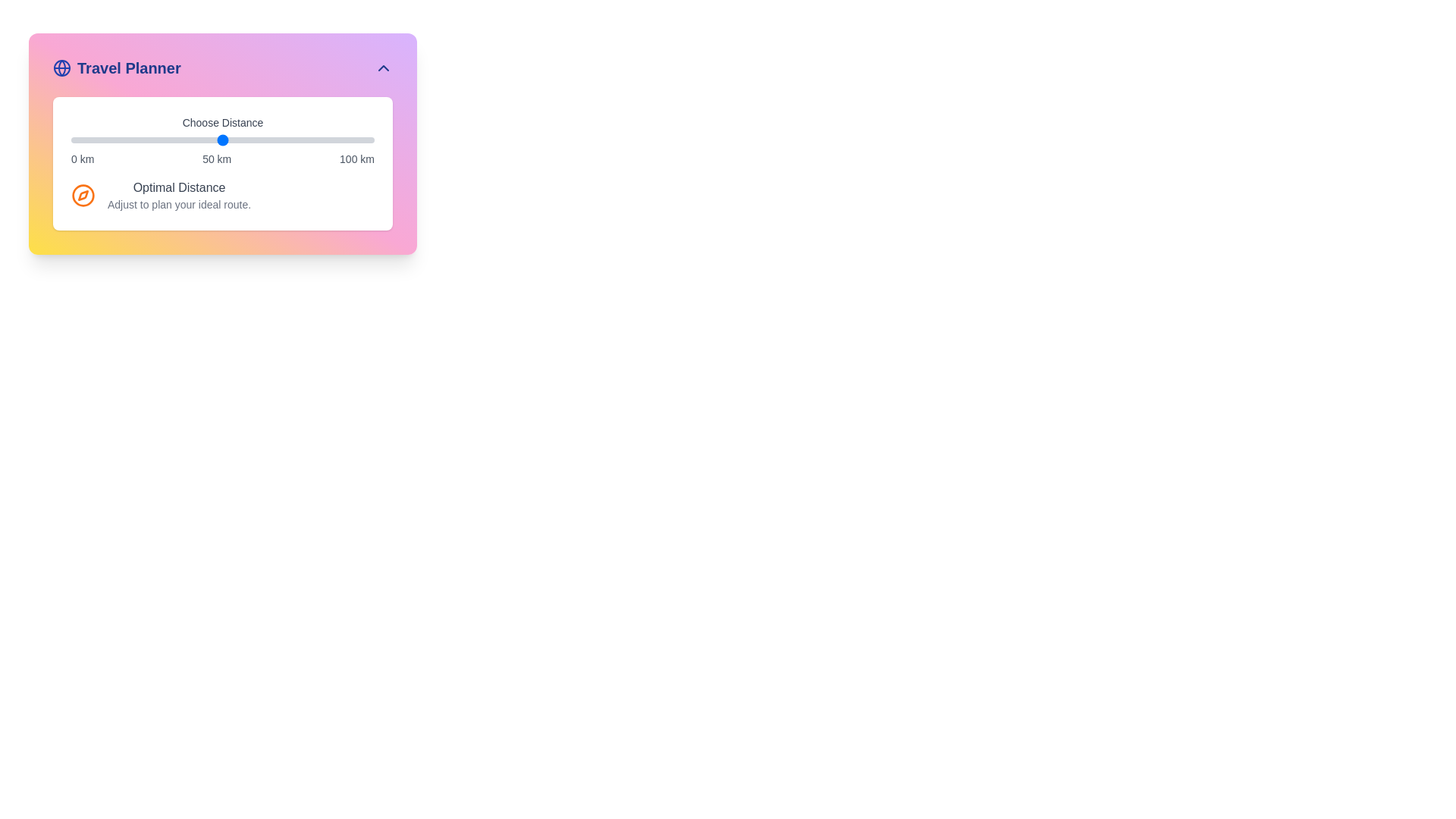 The width and height of the screenshot is (1456, 819). What do you see at coordinates (61, 67) in the screenshot?
I see `the central circular shape of the globe icon within the SVG representation` at bounding box center [61, 67].